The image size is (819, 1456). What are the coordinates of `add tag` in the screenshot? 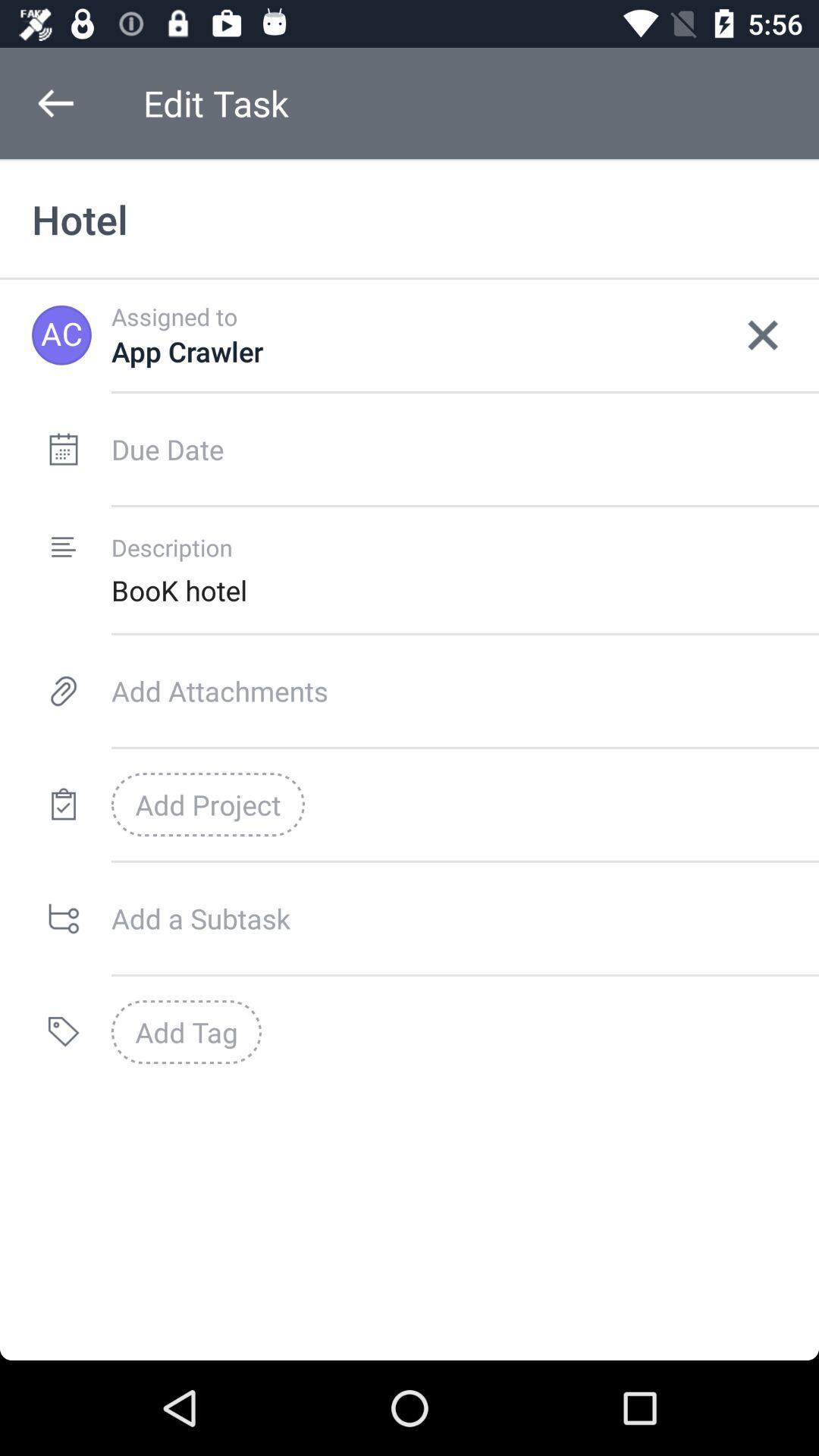 It's located at (186, 1031).